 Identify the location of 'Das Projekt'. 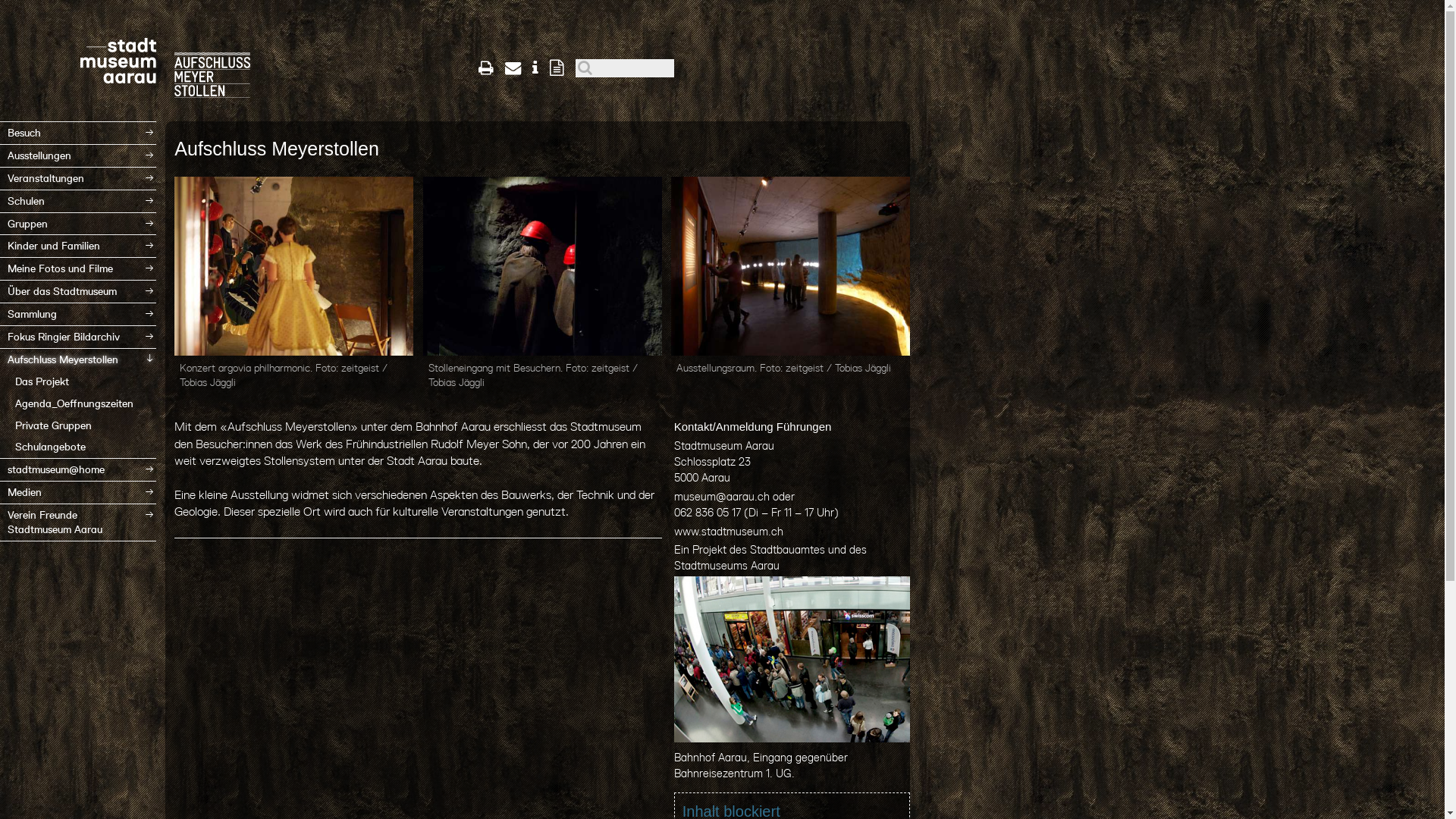
(77, 381).